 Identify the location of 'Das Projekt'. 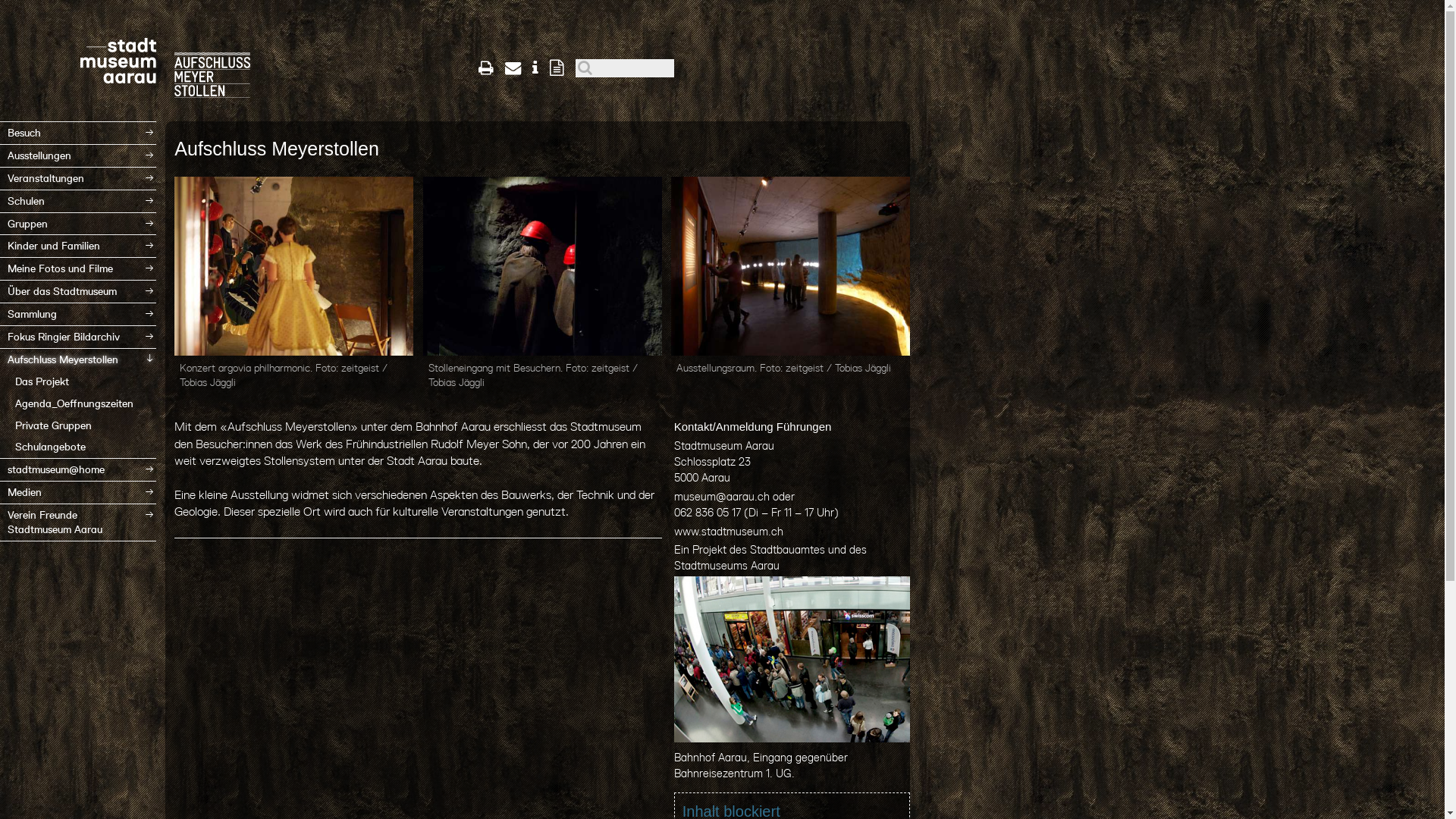
(77, 381).